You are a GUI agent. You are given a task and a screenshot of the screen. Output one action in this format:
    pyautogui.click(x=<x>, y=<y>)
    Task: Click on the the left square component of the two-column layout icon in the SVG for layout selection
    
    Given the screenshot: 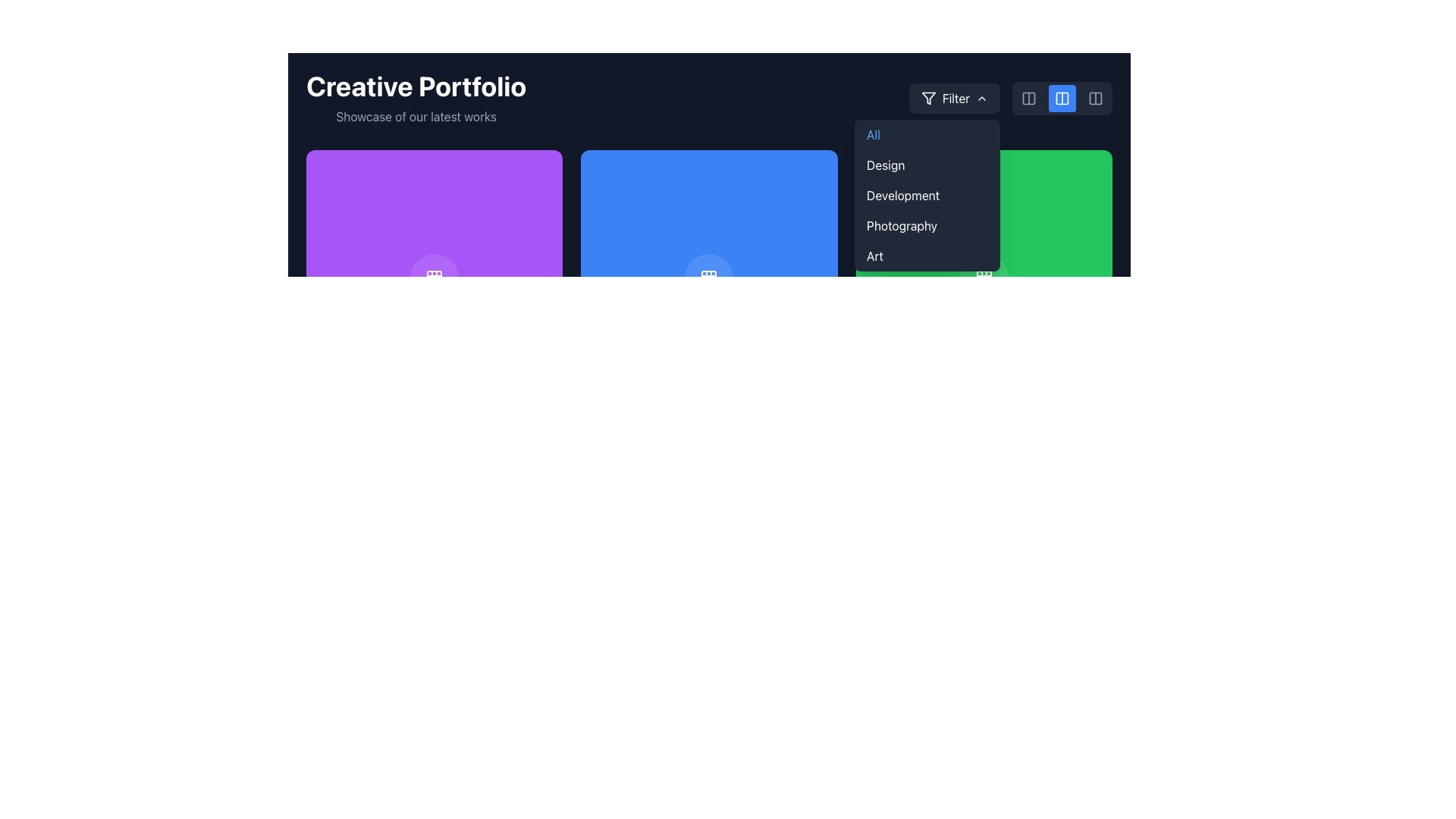 What is the action you would take?
    pyautogui.click(x=1062, y=99)
    